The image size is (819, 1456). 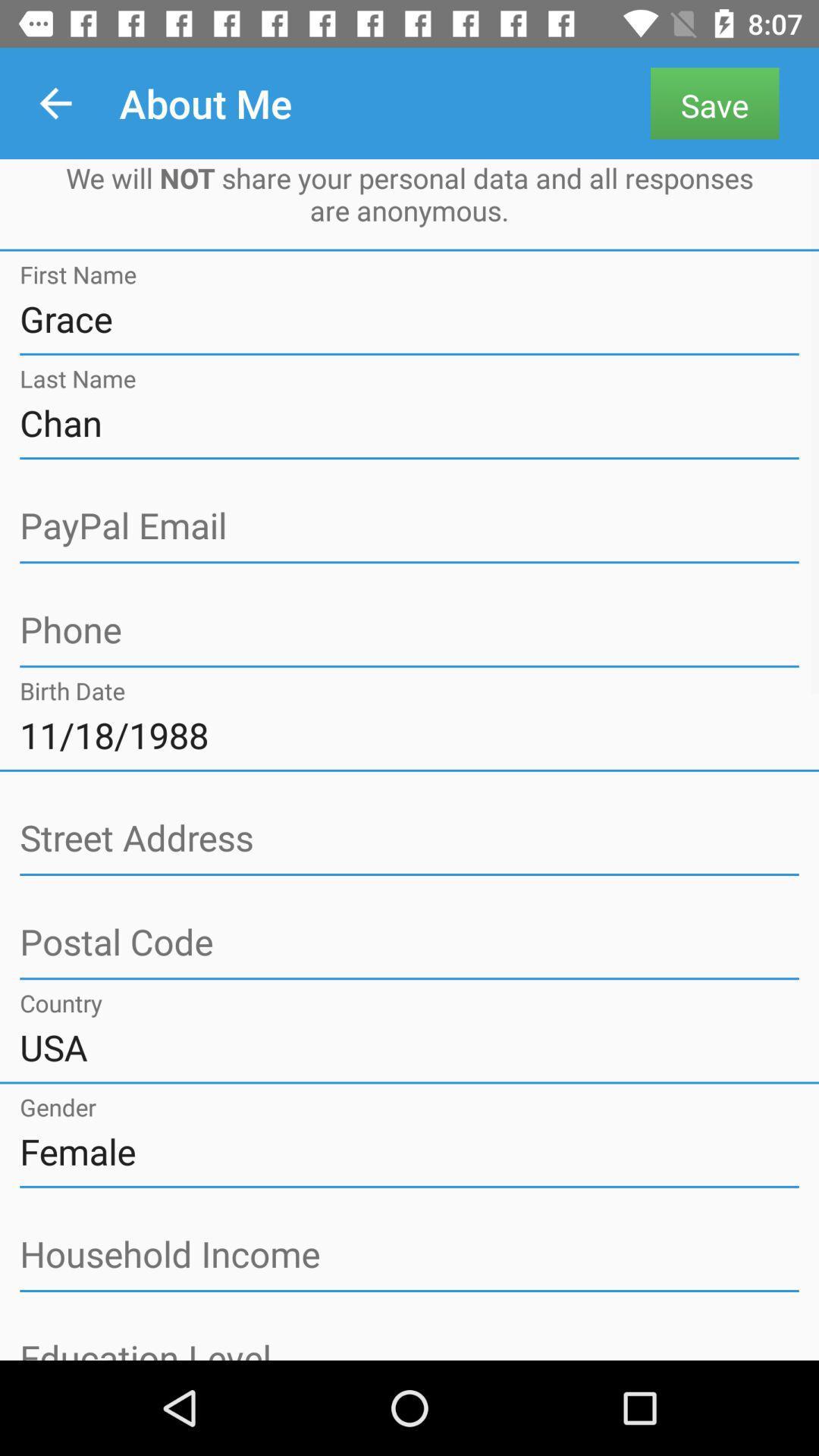 What do you see at coordinates (409, 838) in the screenshot?
I see `information area` at bounding box center [409, 838].